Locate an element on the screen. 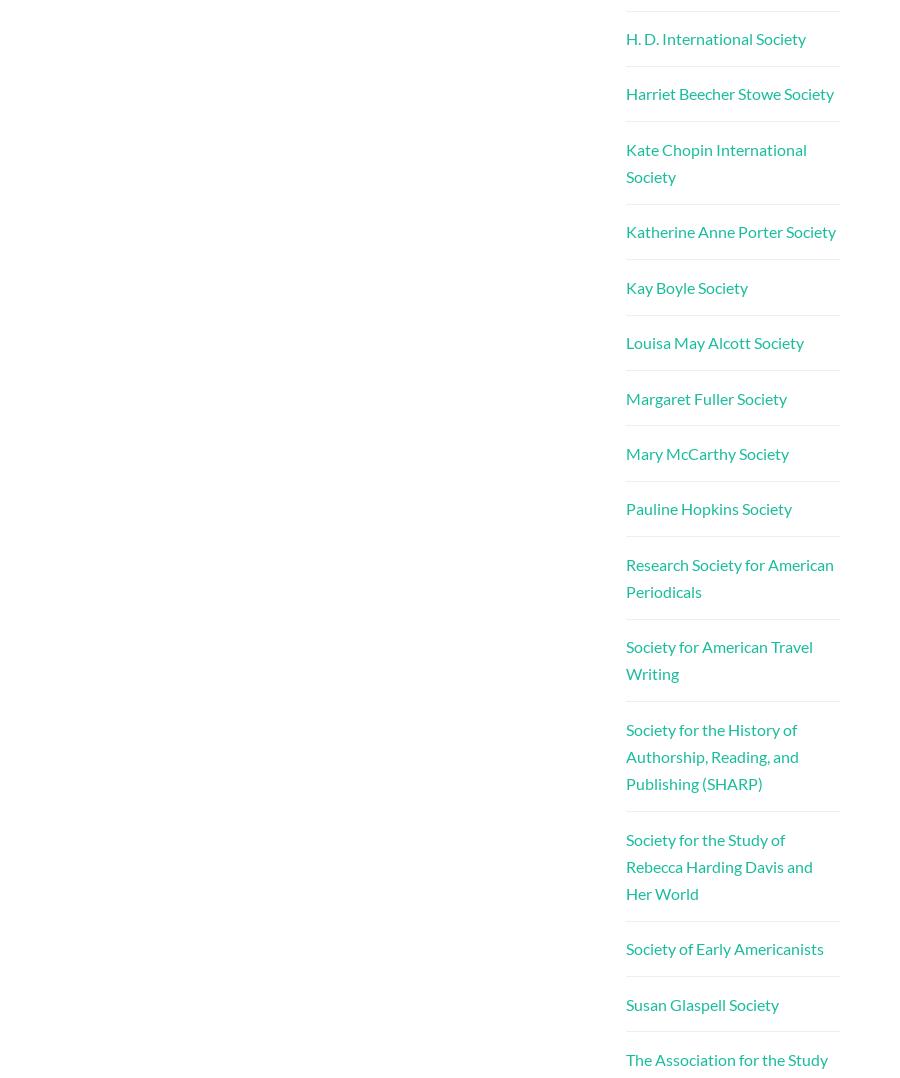  'Harriet Beecher Stowe Society' is located at coordinates (728, 92).